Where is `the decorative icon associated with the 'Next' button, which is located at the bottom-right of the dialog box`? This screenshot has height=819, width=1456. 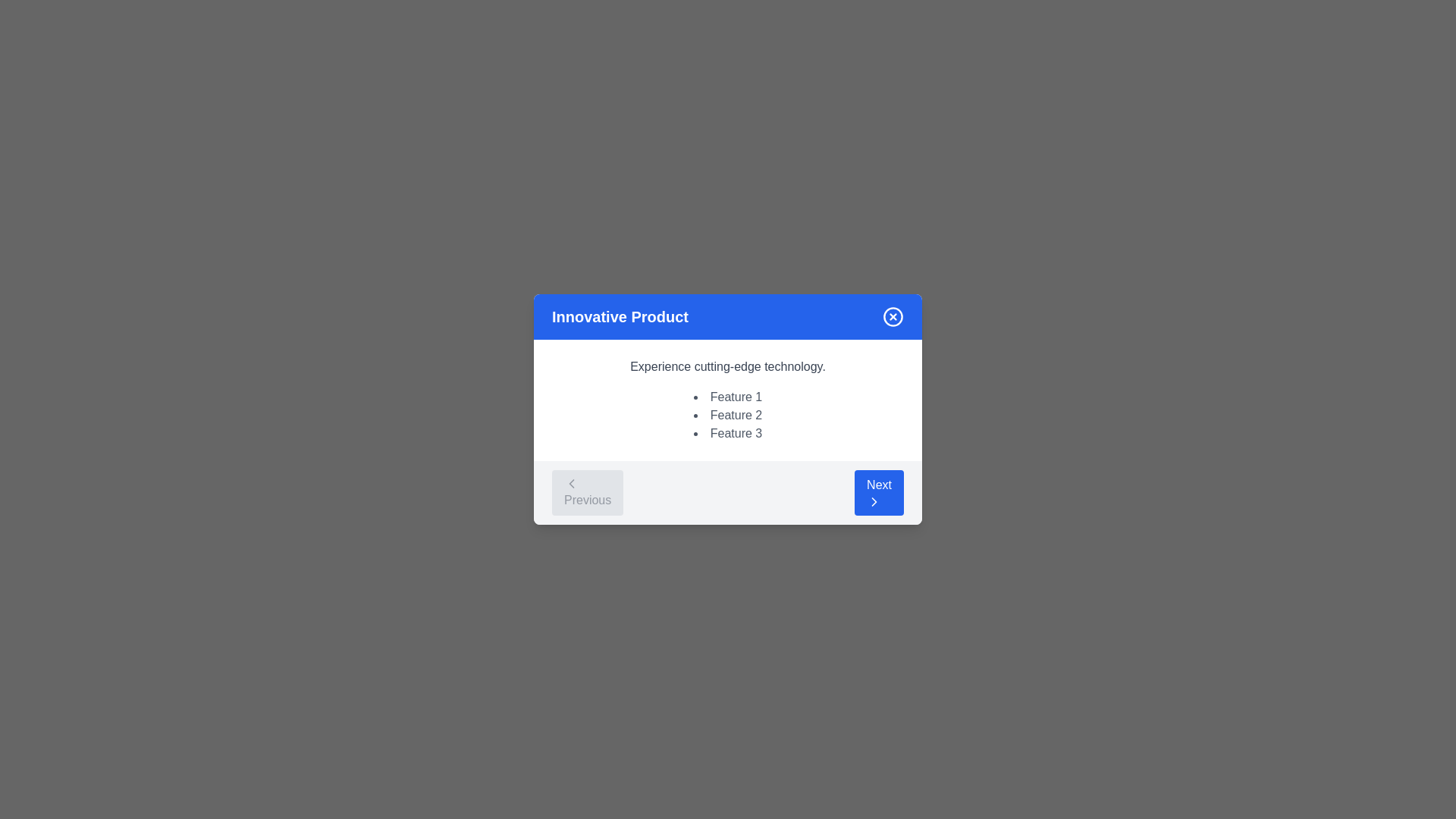
the decorative icon associated with the 'Next' button, which is located at the bottom-right of the dialog box is located at coordinates (874, 502).